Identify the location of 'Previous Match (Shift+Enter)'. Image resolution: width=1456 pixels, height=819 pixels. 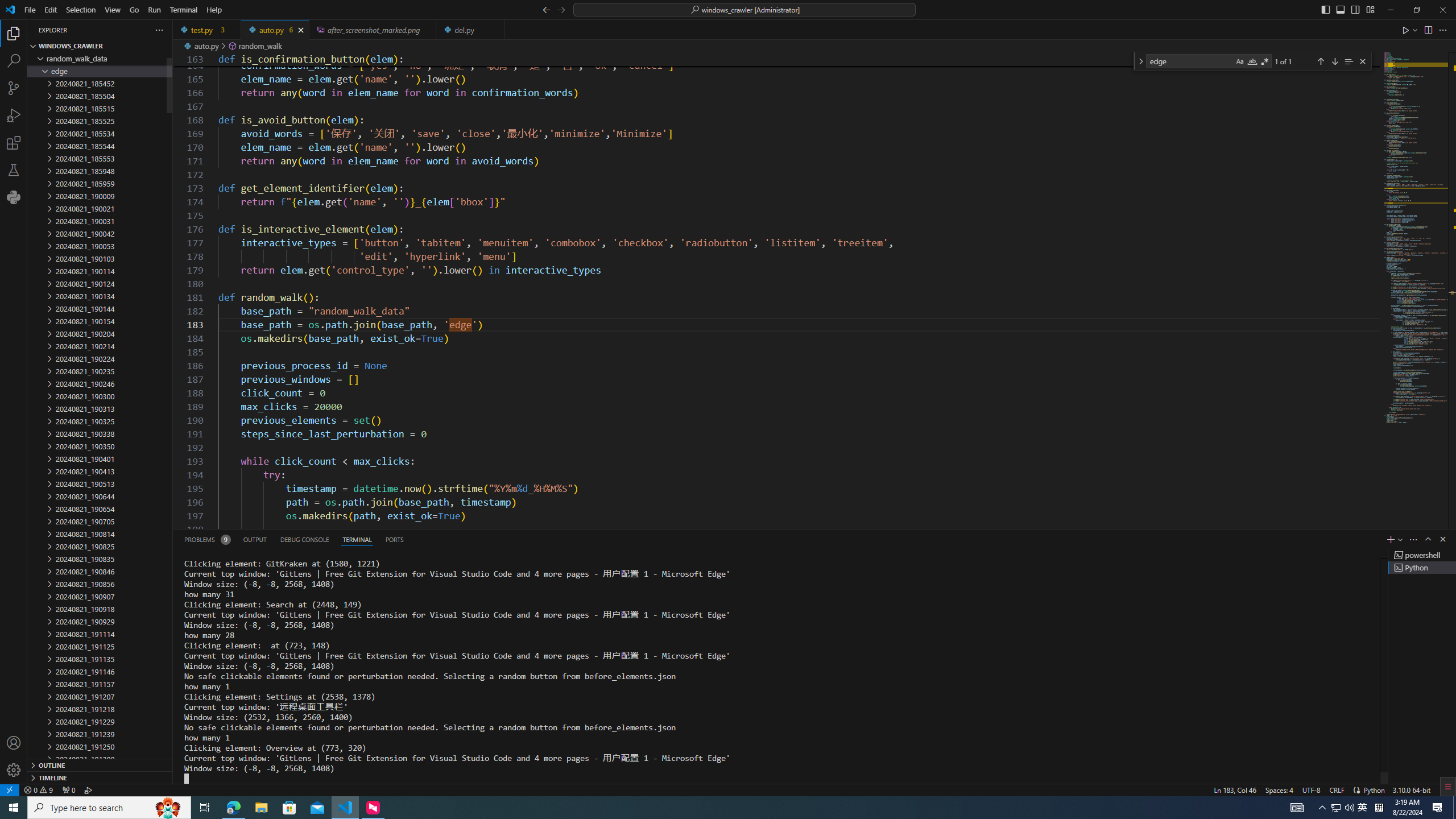
(1319, 61).